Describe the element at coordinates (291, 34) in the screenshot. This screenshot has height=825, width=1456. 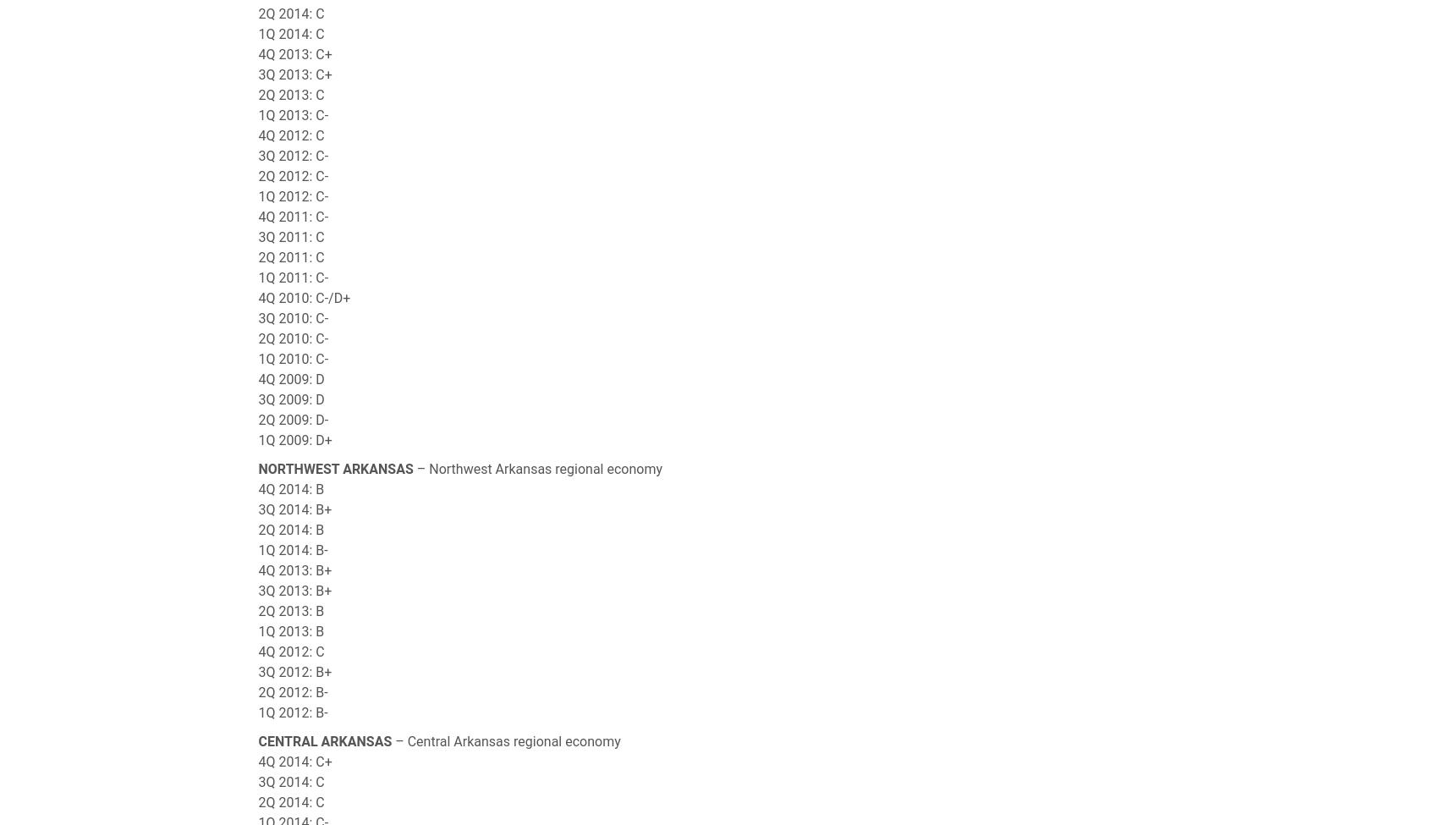
I see `'1Q 2014: C'` at that location.